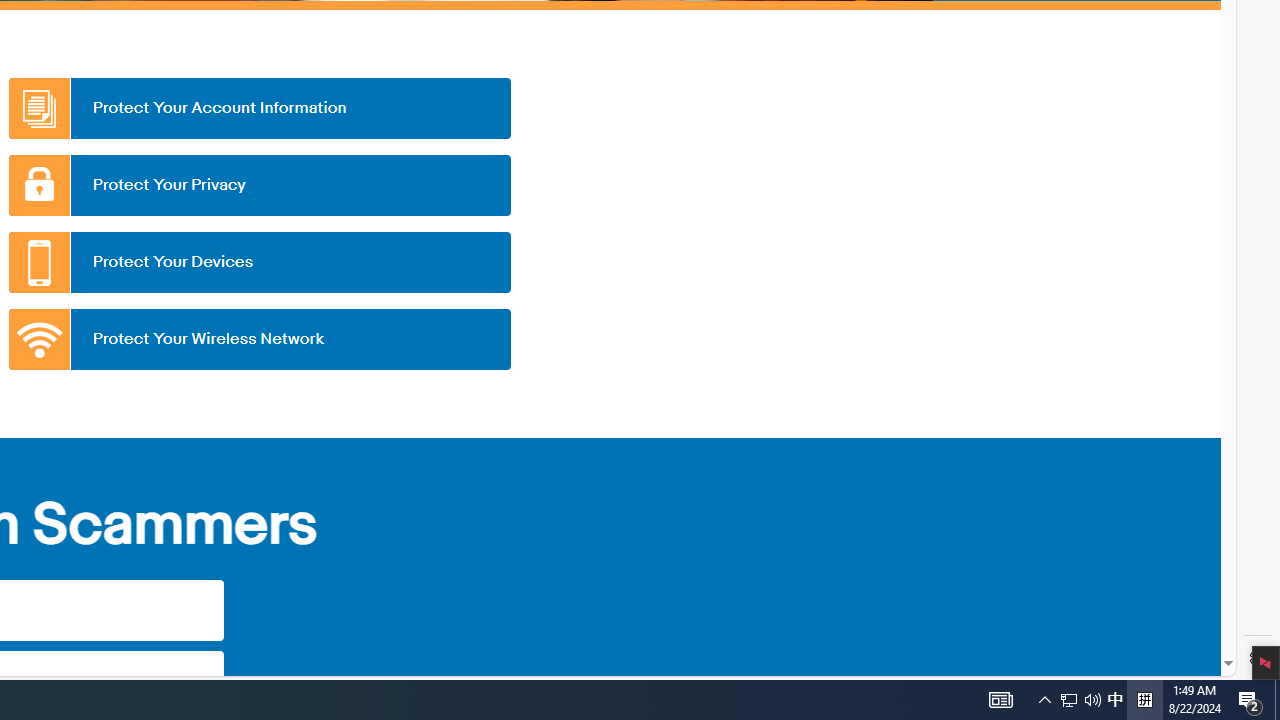 The width and height of the screenshot is (1280, 720). What do you see at coordinates (258, 338) in the screenshot?
I see `'Protect Your Wireless Network'` at bounding box center [258, 338].